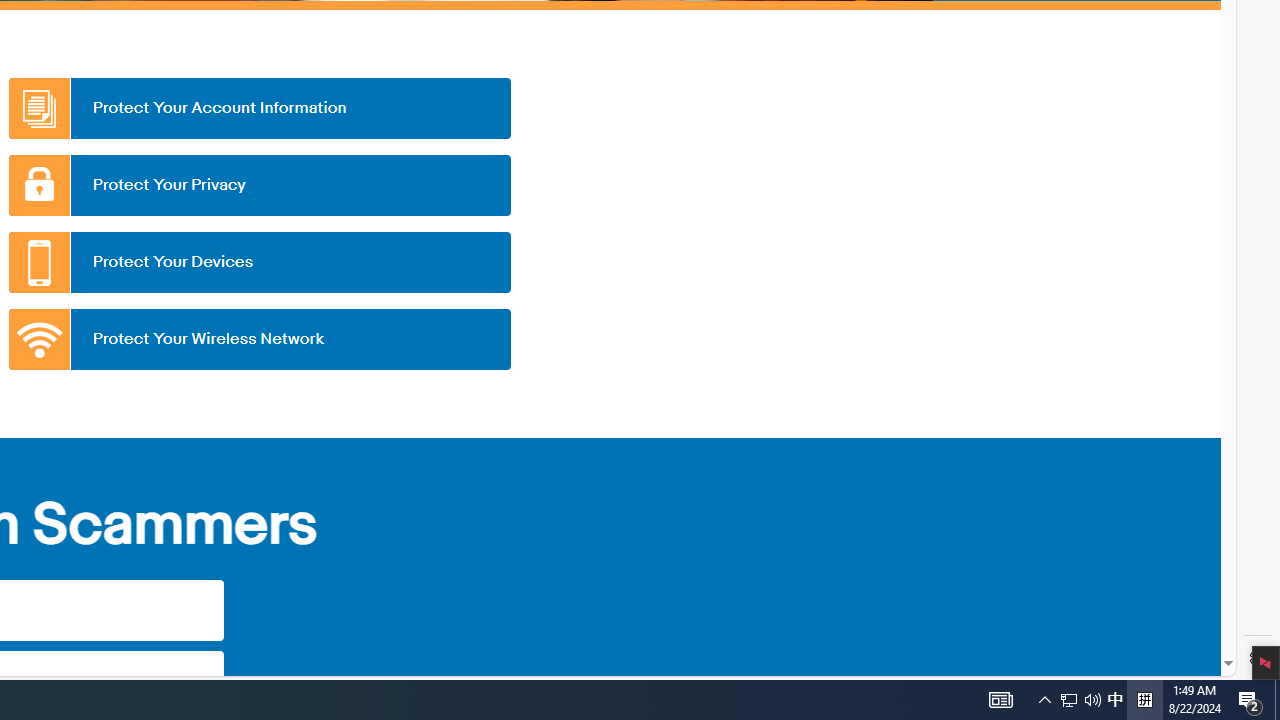 The width and height of the screenshot is (1280, 720). What do you see at coordinates (258, 338) in the screenshot?
I see `'Protect Your Wireless Network'` at bounding box center [258, 338].